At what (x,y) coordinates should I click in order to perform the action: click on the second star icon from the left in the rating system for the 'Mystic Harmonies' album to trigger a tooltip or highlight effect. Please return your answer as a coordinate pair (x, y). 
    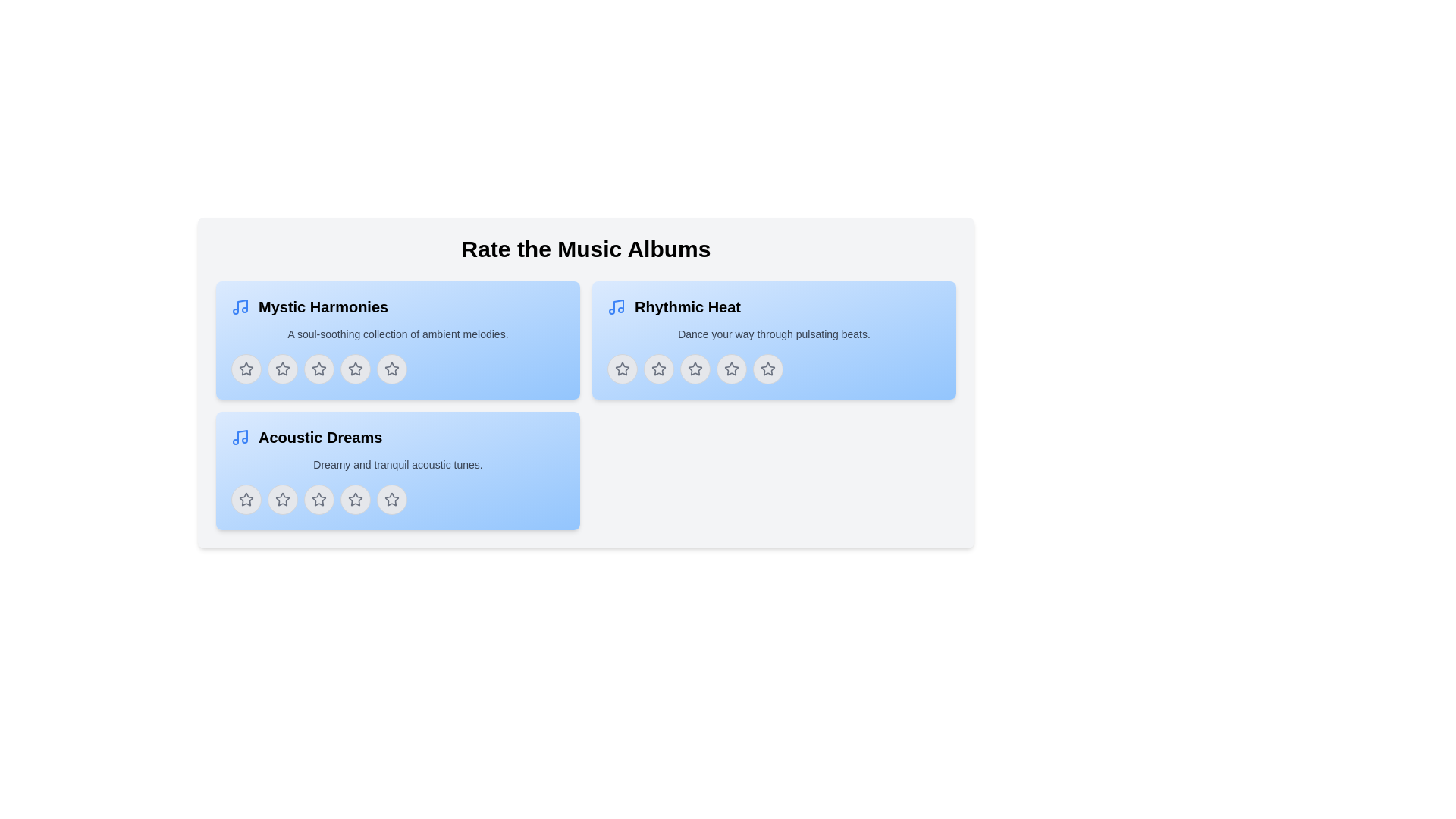
    Looking at the image, I should click on (318, 369).